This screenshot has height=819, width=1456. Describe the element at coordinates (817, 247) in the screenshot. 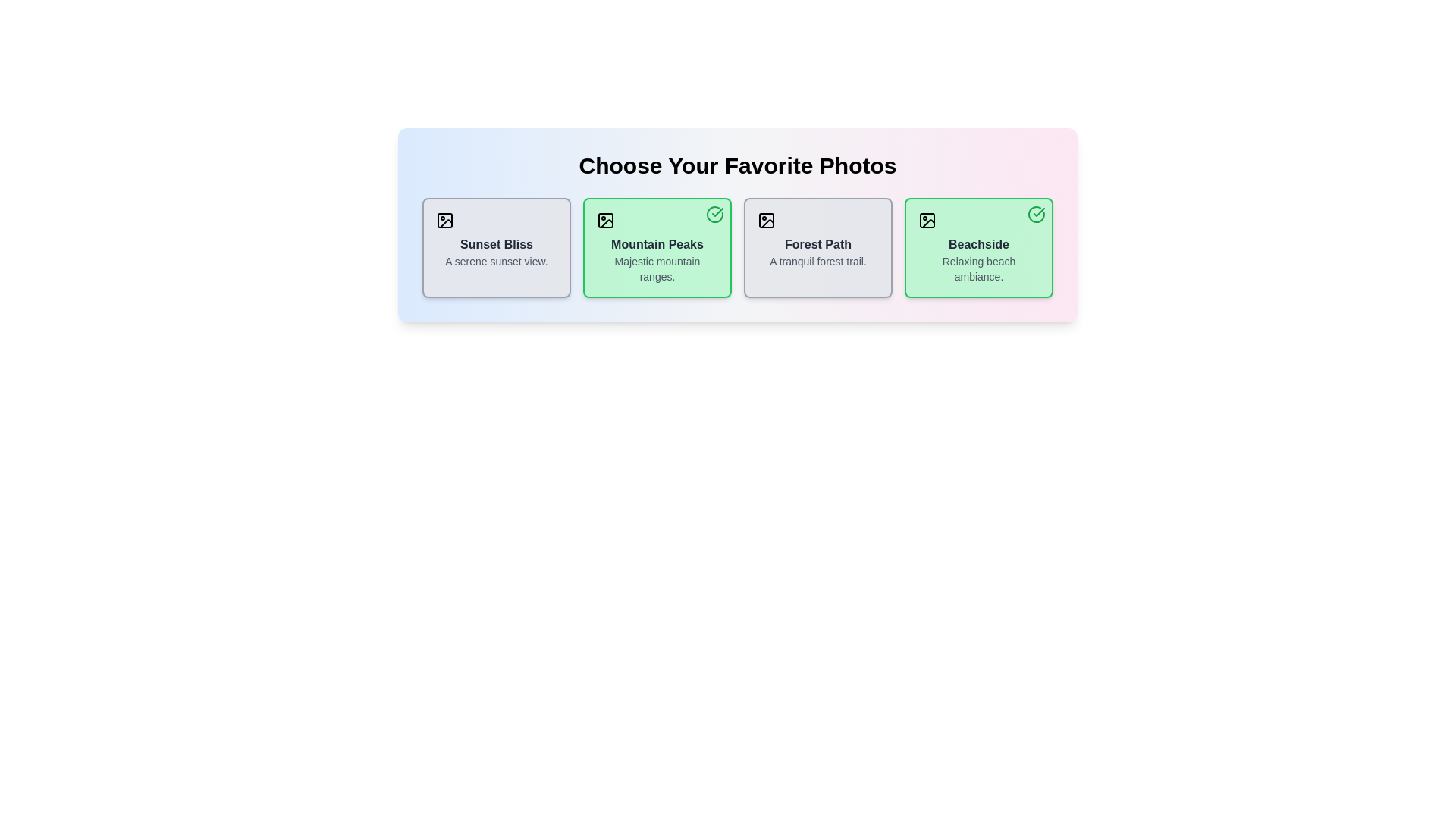

I see `the photo card titled 'Forest Path' to observe the scale transformation effect` at that location.